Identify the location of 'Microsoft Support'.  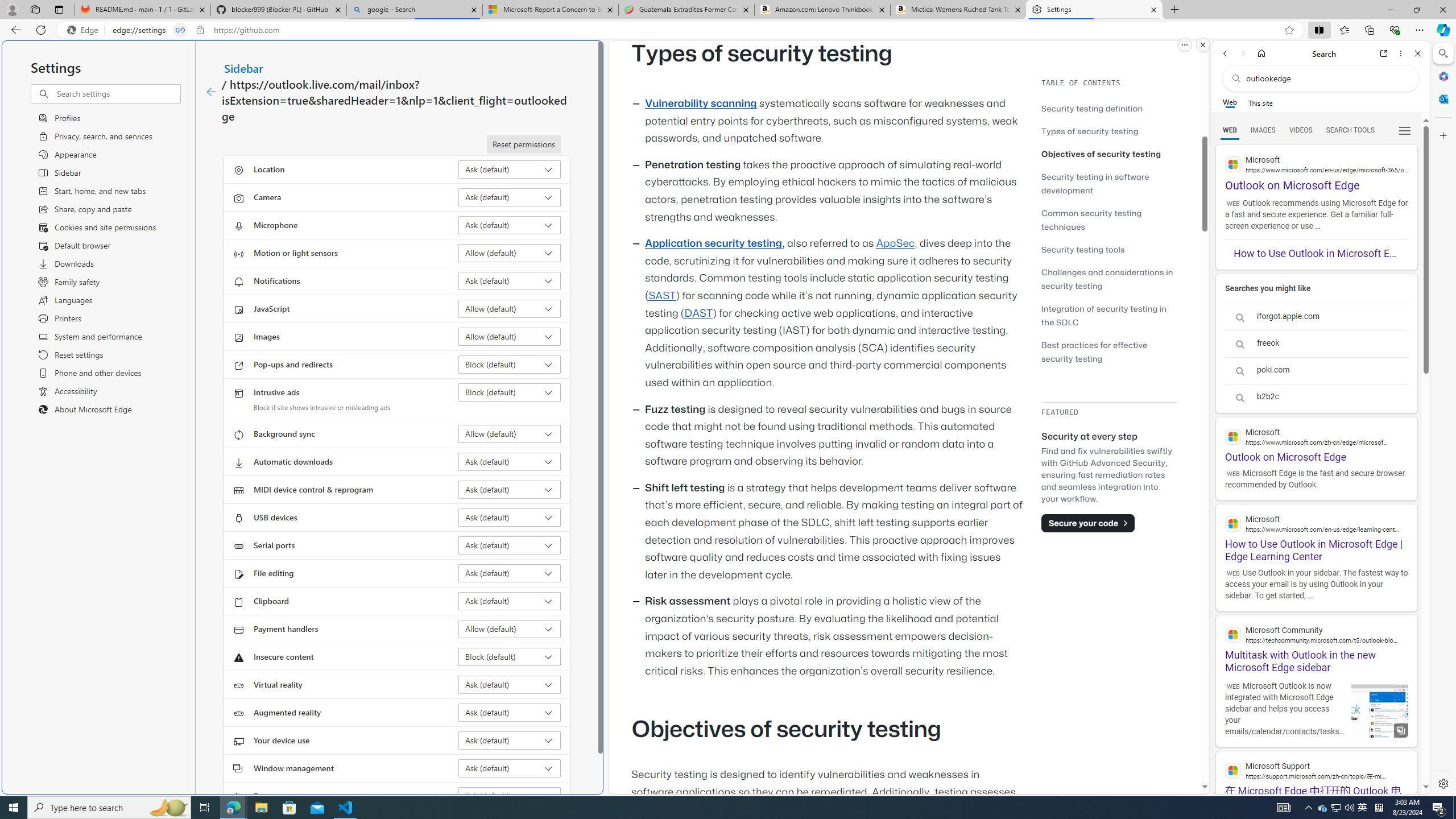
(1316, 770).